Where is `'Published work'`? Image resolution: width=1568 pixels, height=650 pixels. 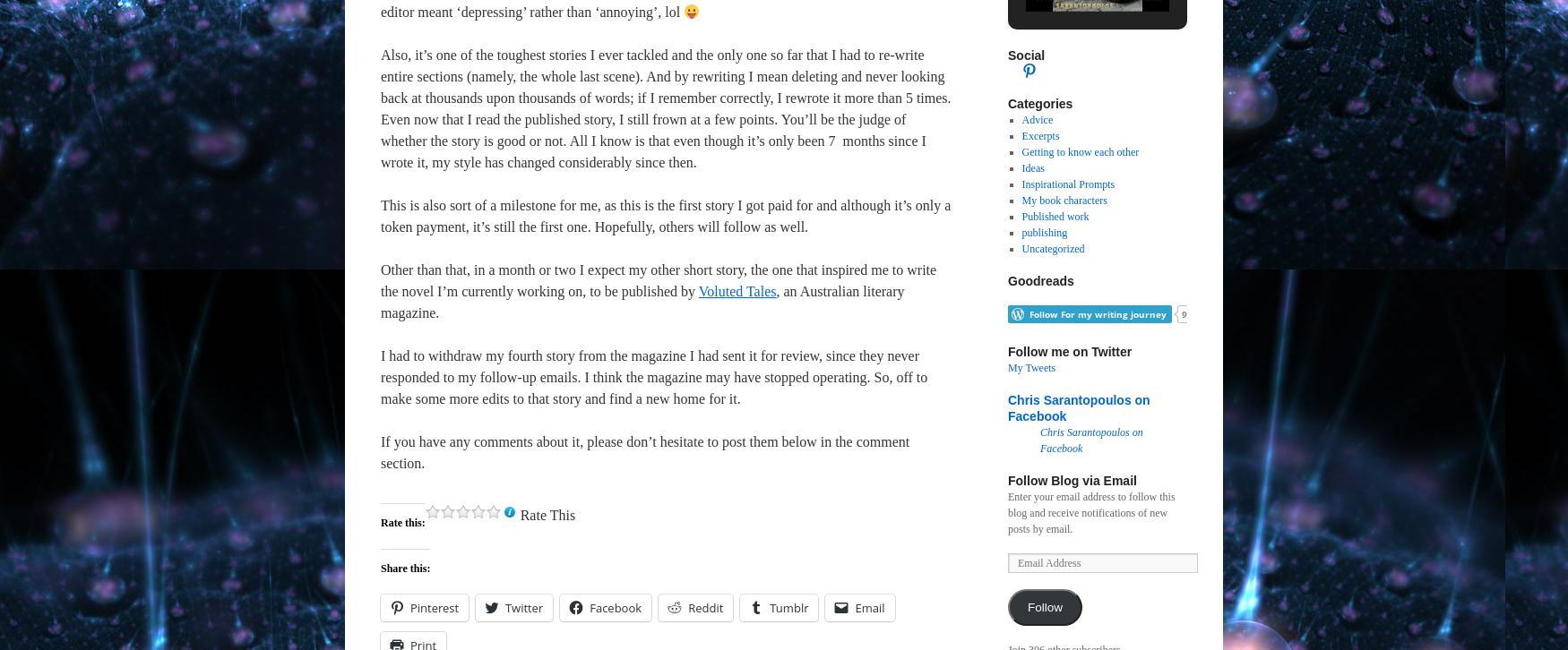 'Published work' is located at coordinates (1054, 215).